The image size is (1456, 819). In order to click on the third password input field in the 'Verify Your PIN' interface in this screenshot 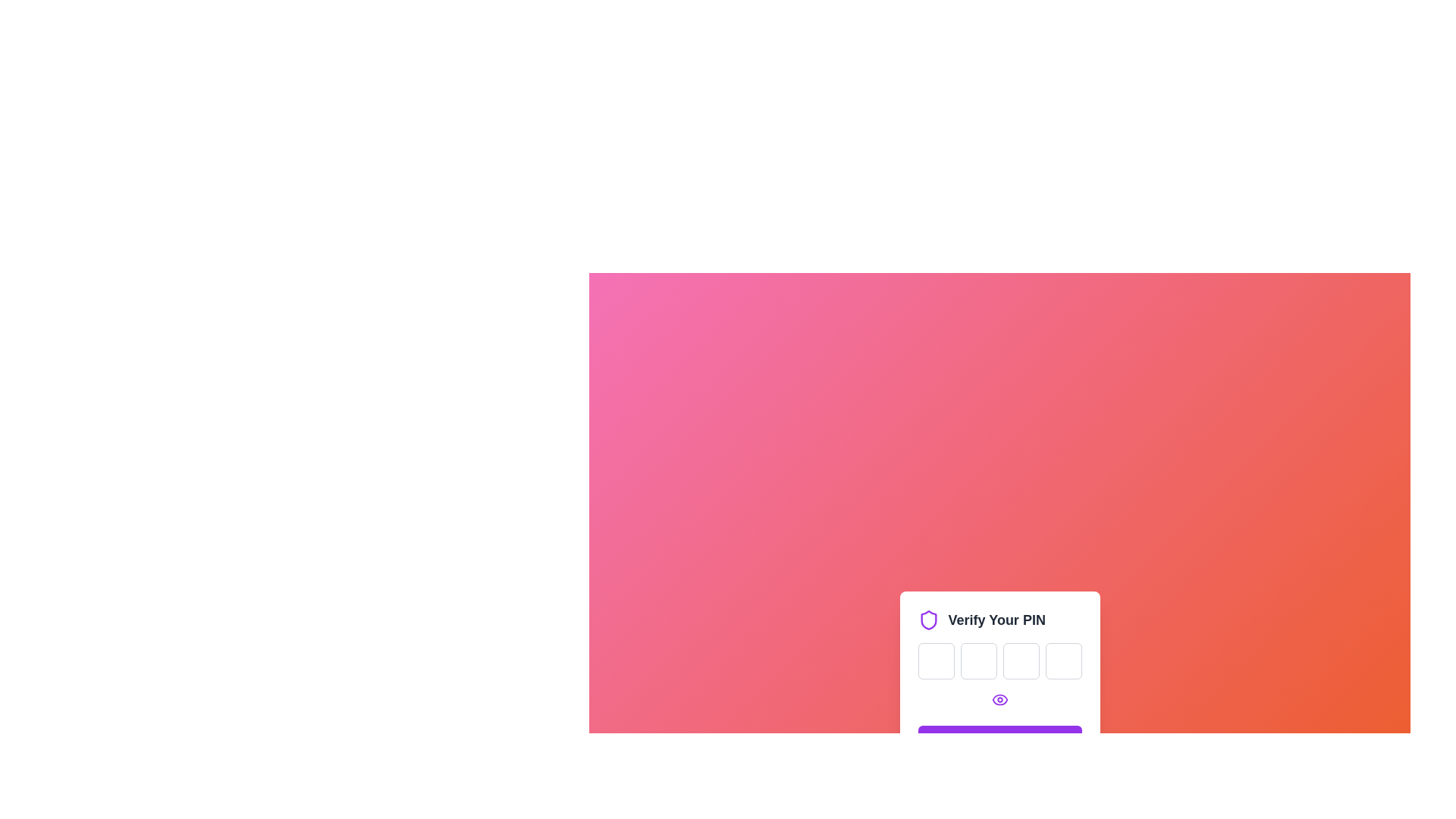, I will do `click(1021, 660)`.